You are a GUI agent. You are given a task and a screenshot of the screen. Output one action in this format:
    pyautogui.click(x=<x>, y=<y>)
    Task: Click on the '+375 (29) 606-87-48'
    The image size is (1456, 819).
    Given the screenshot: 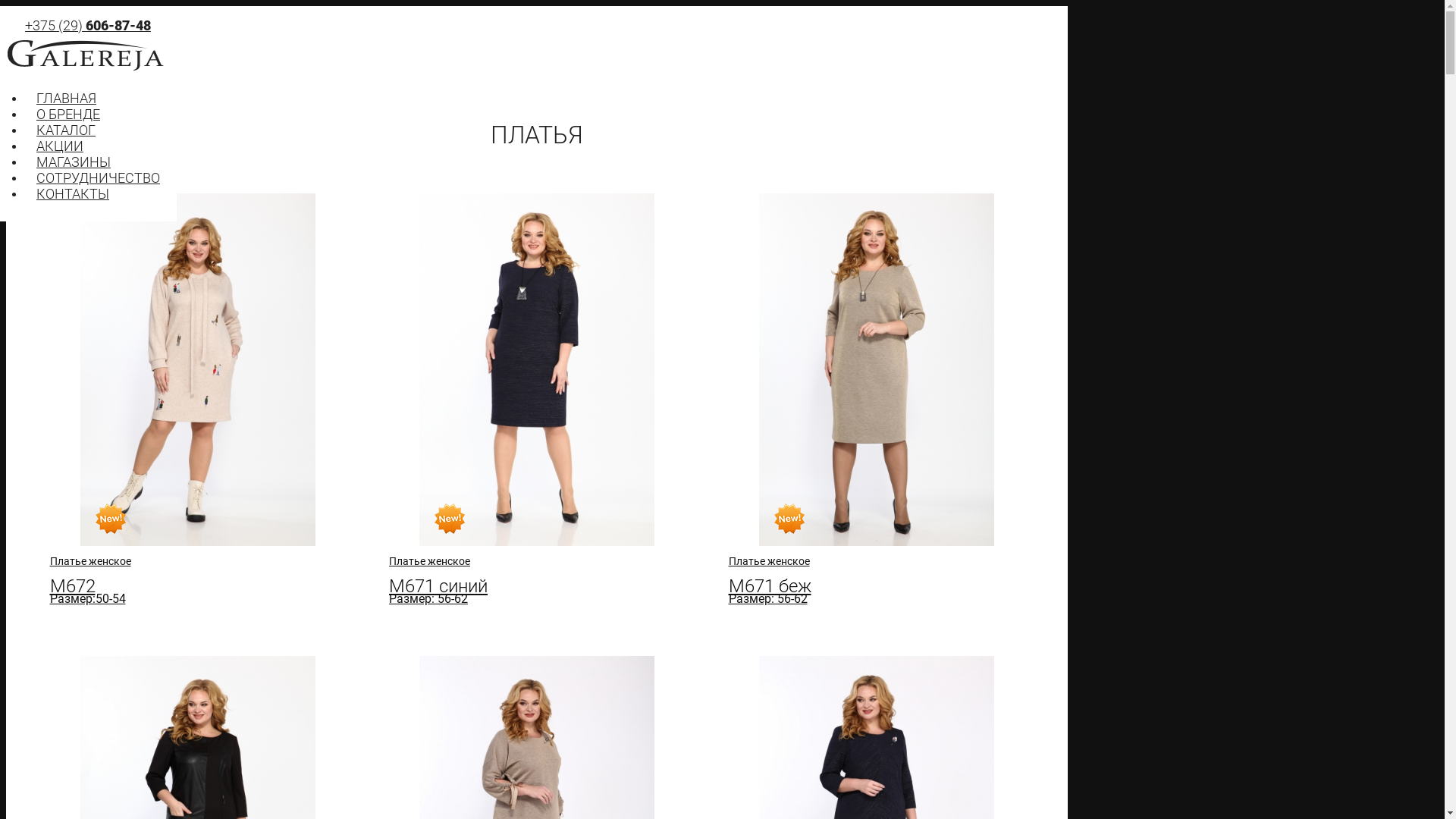 What is the action you would take?
    pyautogui.click(x=86, y=25)
    